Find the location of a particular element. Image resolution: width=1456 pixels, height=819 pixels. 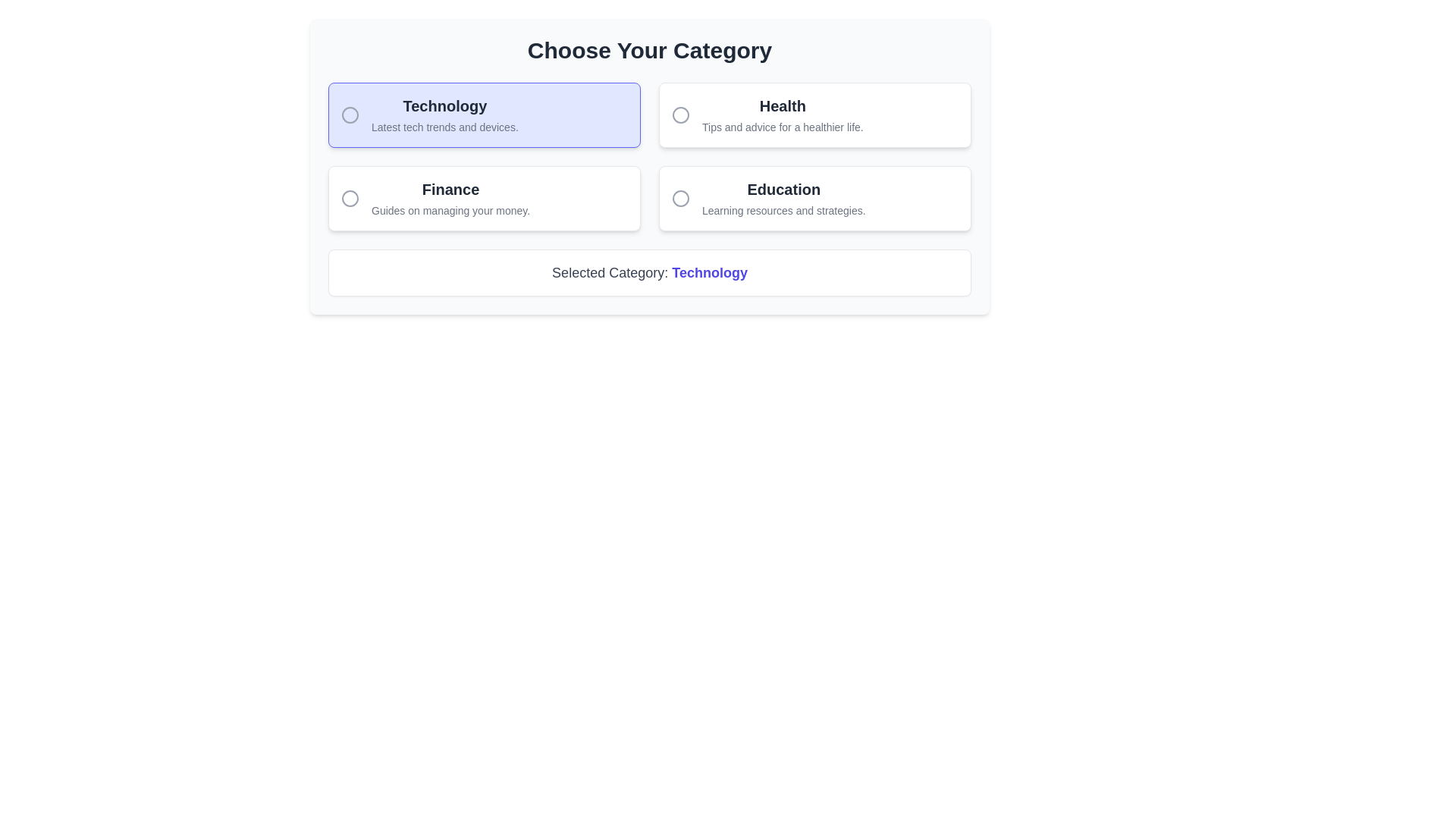

the 'Technology' radio button is located at coordinates (483, 114).